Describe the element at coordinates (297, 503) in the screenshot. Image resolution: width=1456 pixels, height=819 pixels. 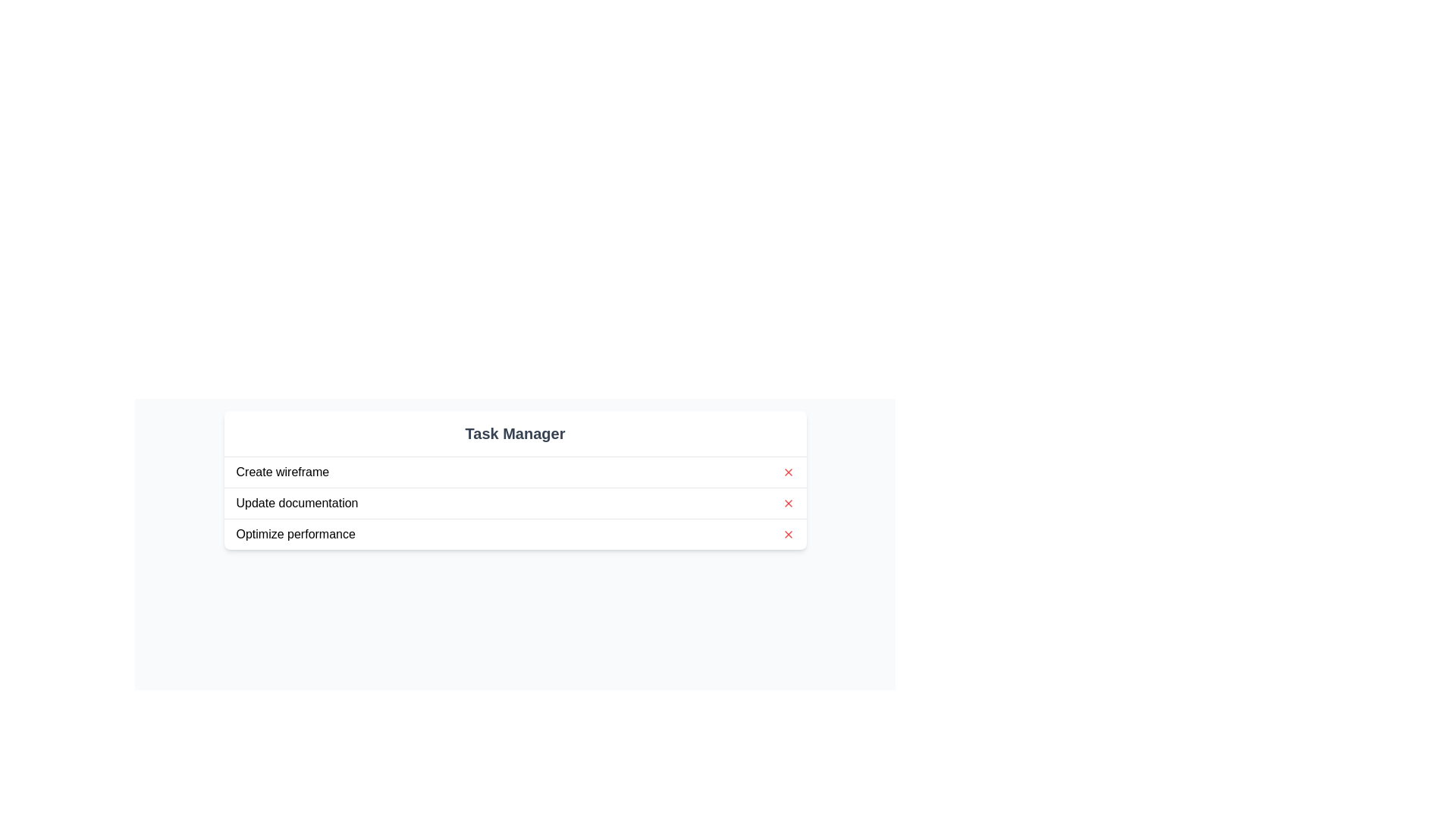
I see `the text label 'Update documentation' which is the second item in a task list within the 'Task Manager' card` at that location.